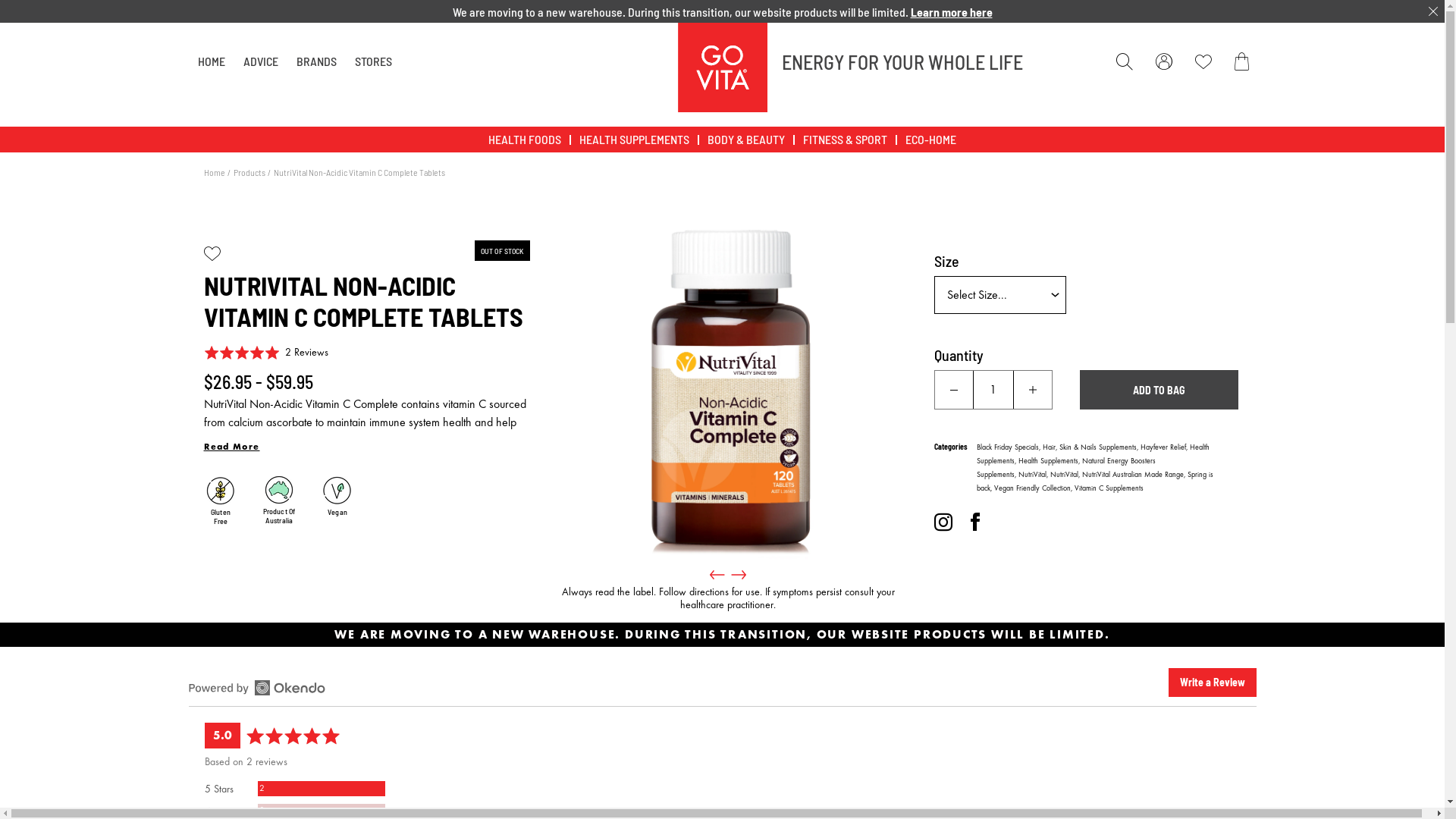 The height and width of the screenshot is (819, 1456). I want to click on 'STORES', so click(373, 61).